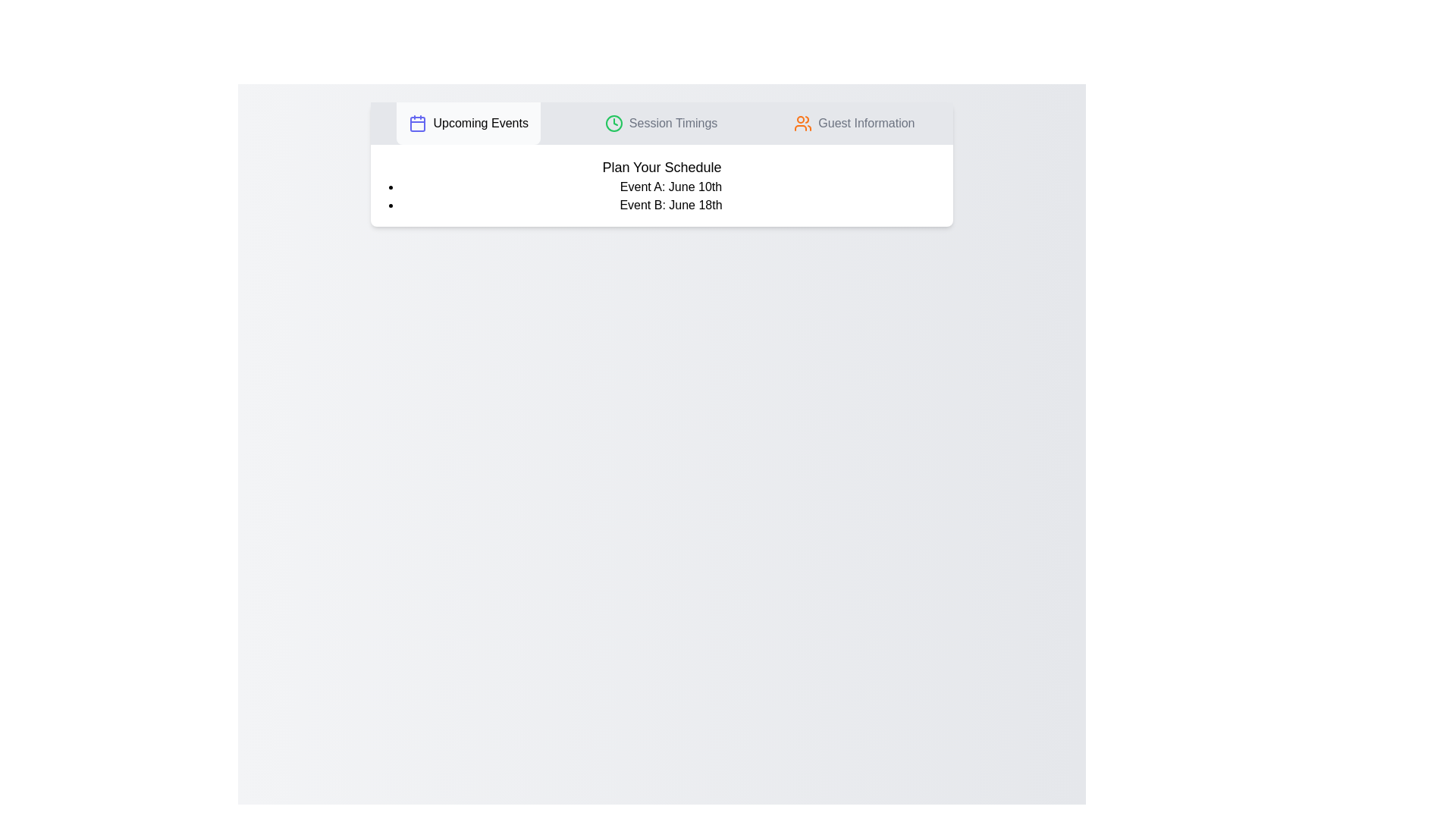  Describe the element at coordinates (468, 122) in the screenshot. I see `the tab labeled 'Upcoming Events' to observe its effect` at that location.